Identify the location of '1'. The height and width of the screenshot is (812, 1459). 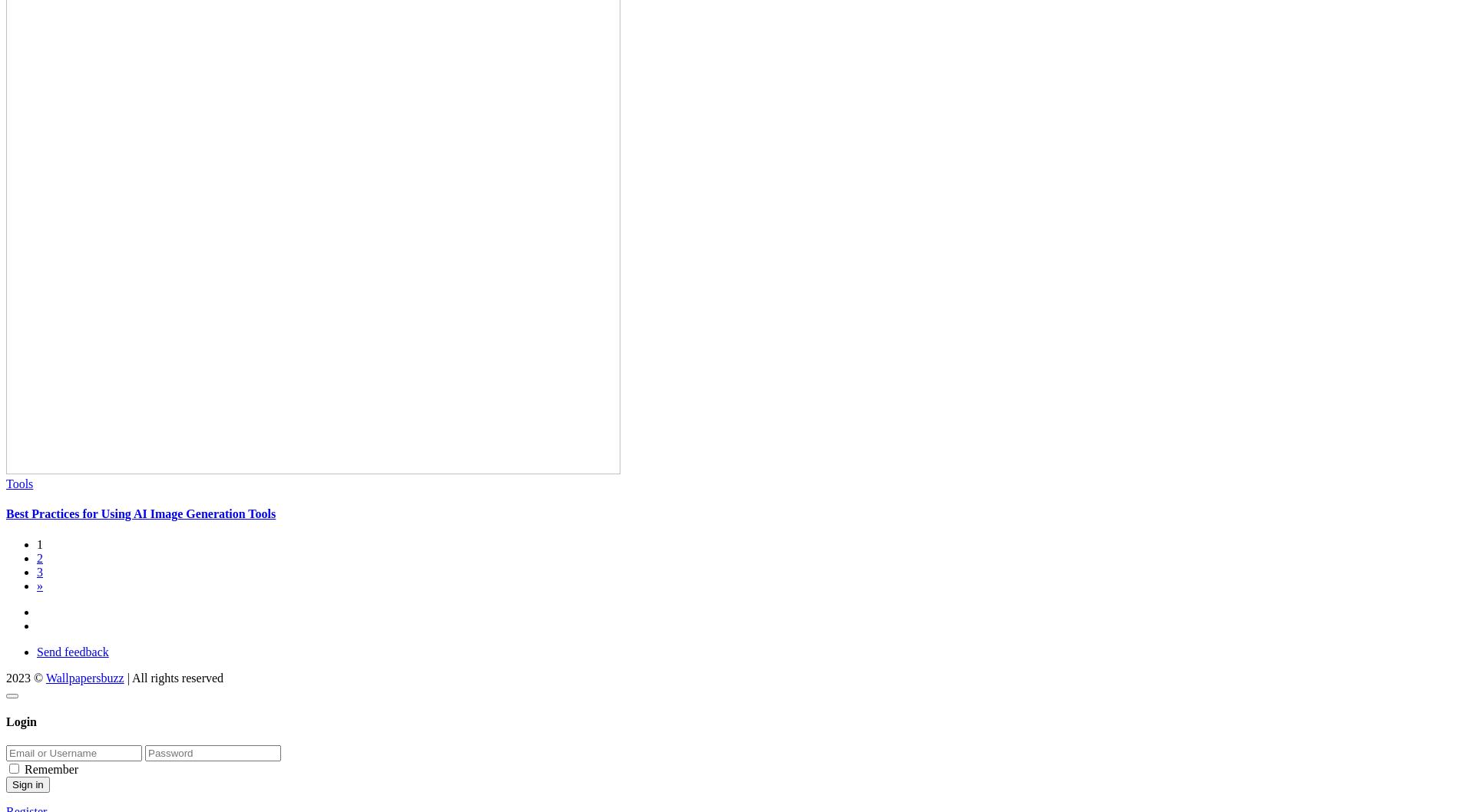
(40, 543).